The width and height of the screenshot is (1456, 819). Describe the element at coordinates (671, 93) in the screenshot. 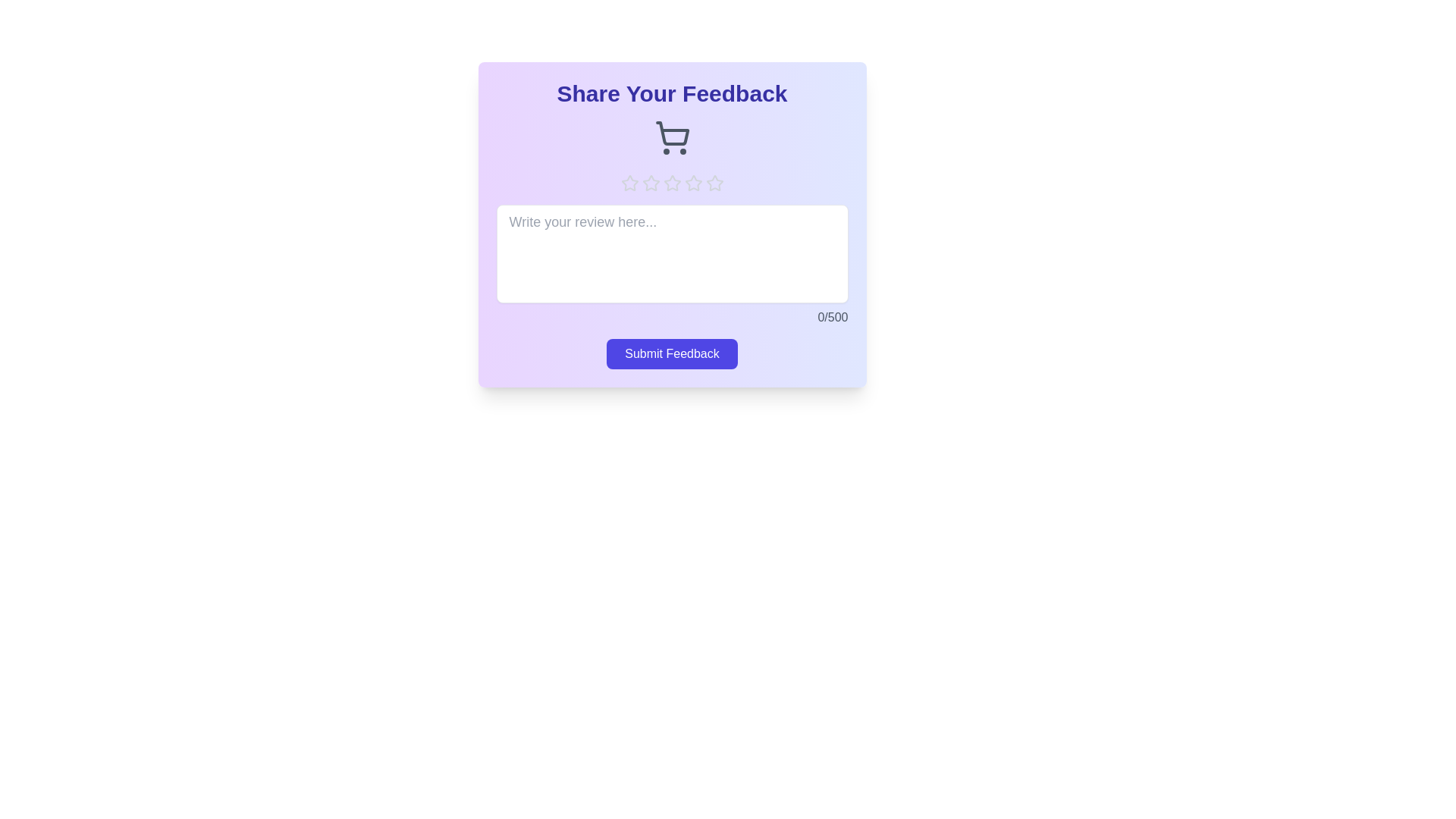

I see `the center of the 'Share Your Feedback' title to focus on it` at that location.